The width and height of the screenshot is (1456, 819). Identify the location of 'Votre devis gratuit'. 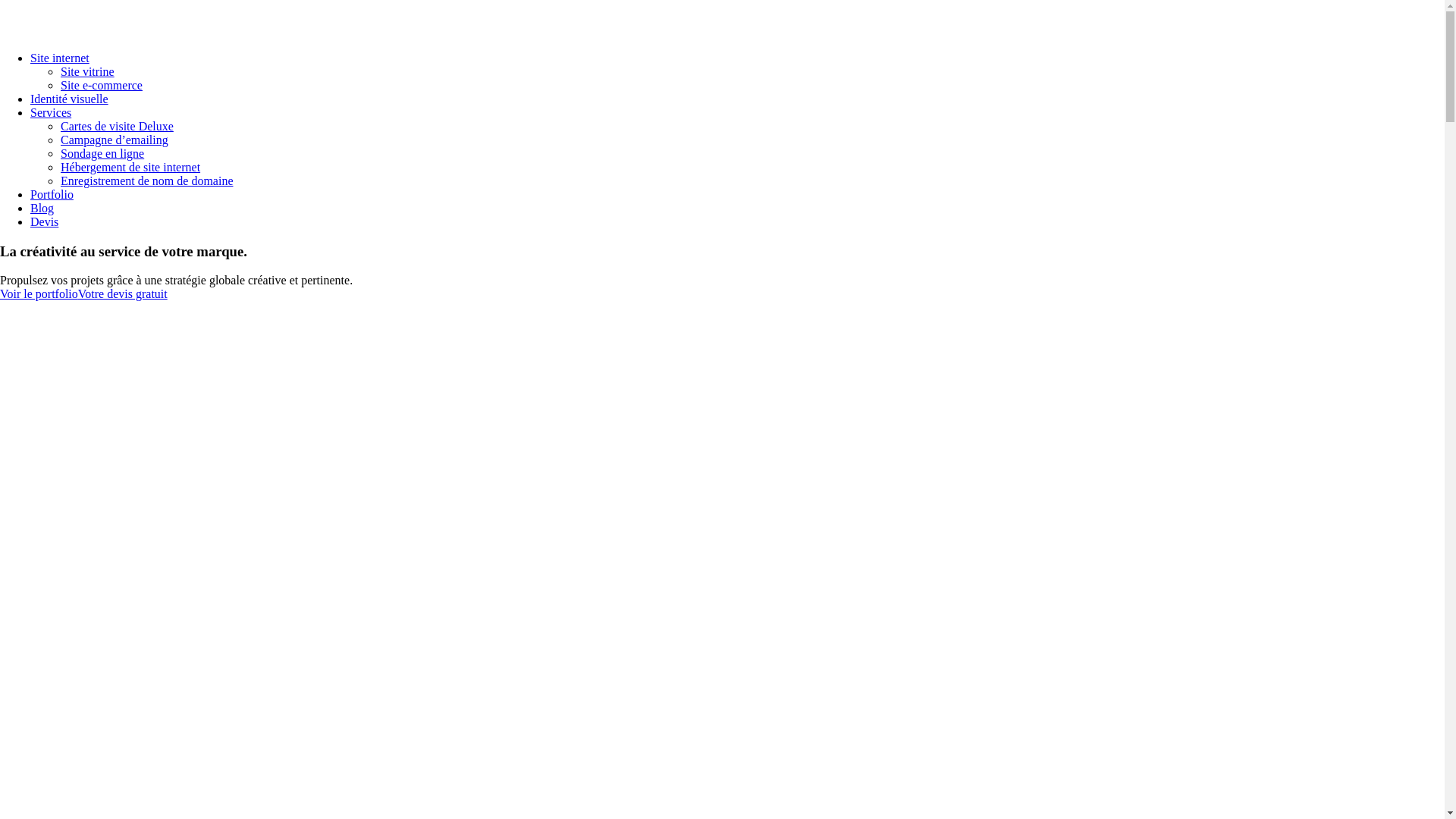
(123, 293).